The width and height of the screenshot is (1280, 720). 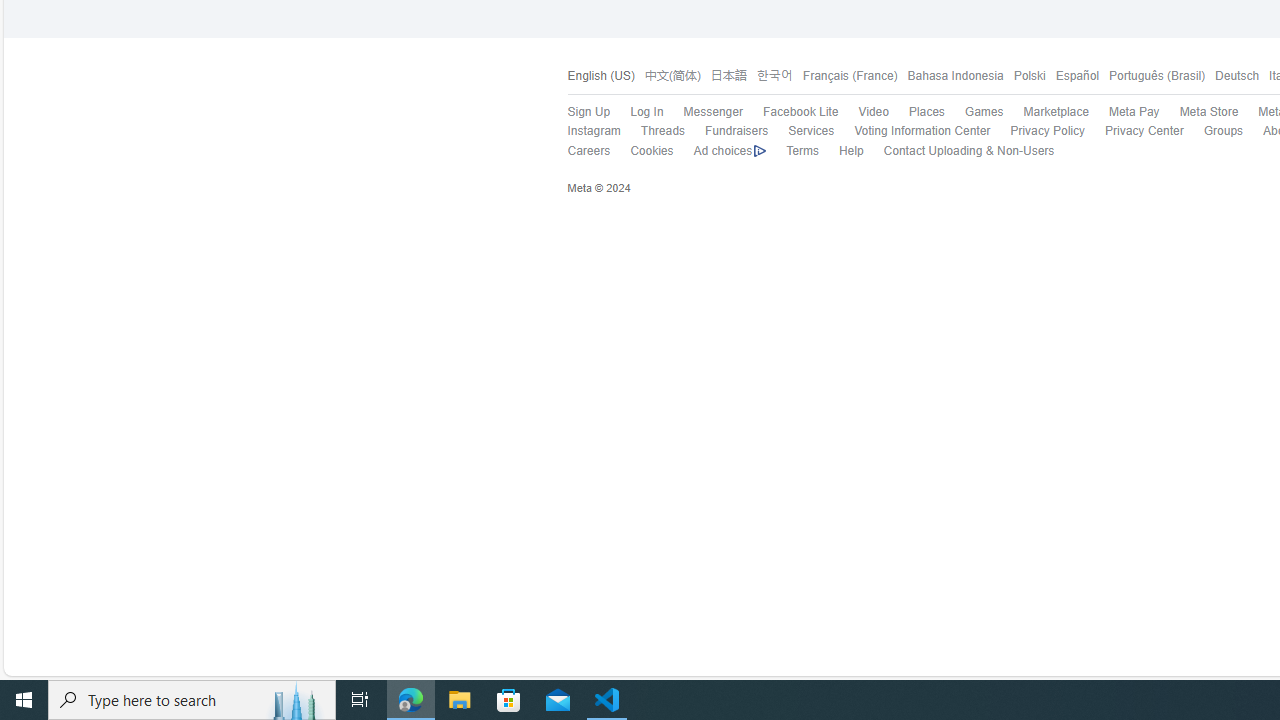 I want to click on 'Fundraisers', so click(x=725, y=131).